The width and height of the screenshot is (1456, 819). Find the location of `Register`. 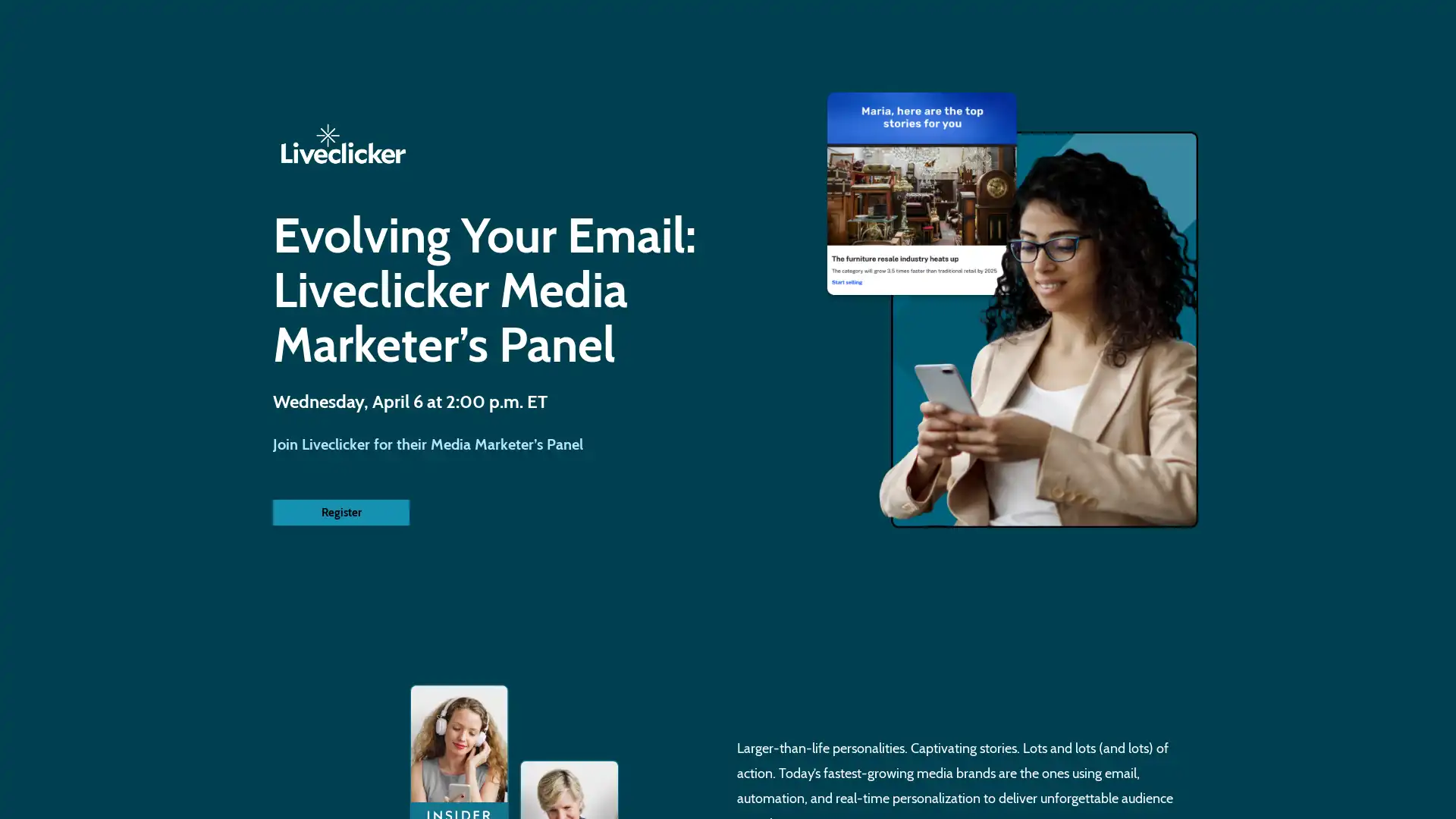

Register is located at coordinates (340, 512).